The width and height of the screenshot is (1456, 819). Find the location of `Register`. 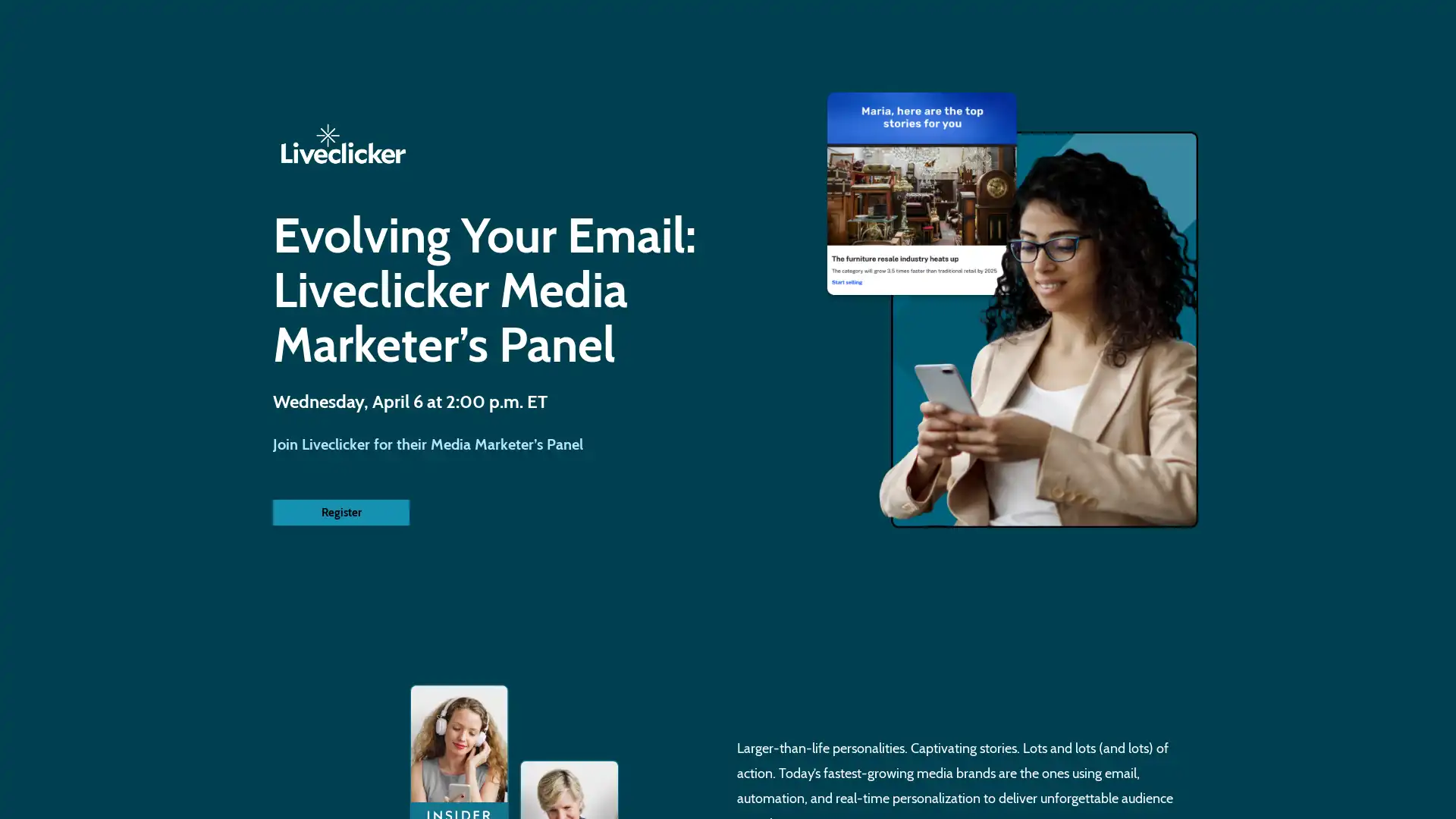

Register is located at coordinates (340, 512).